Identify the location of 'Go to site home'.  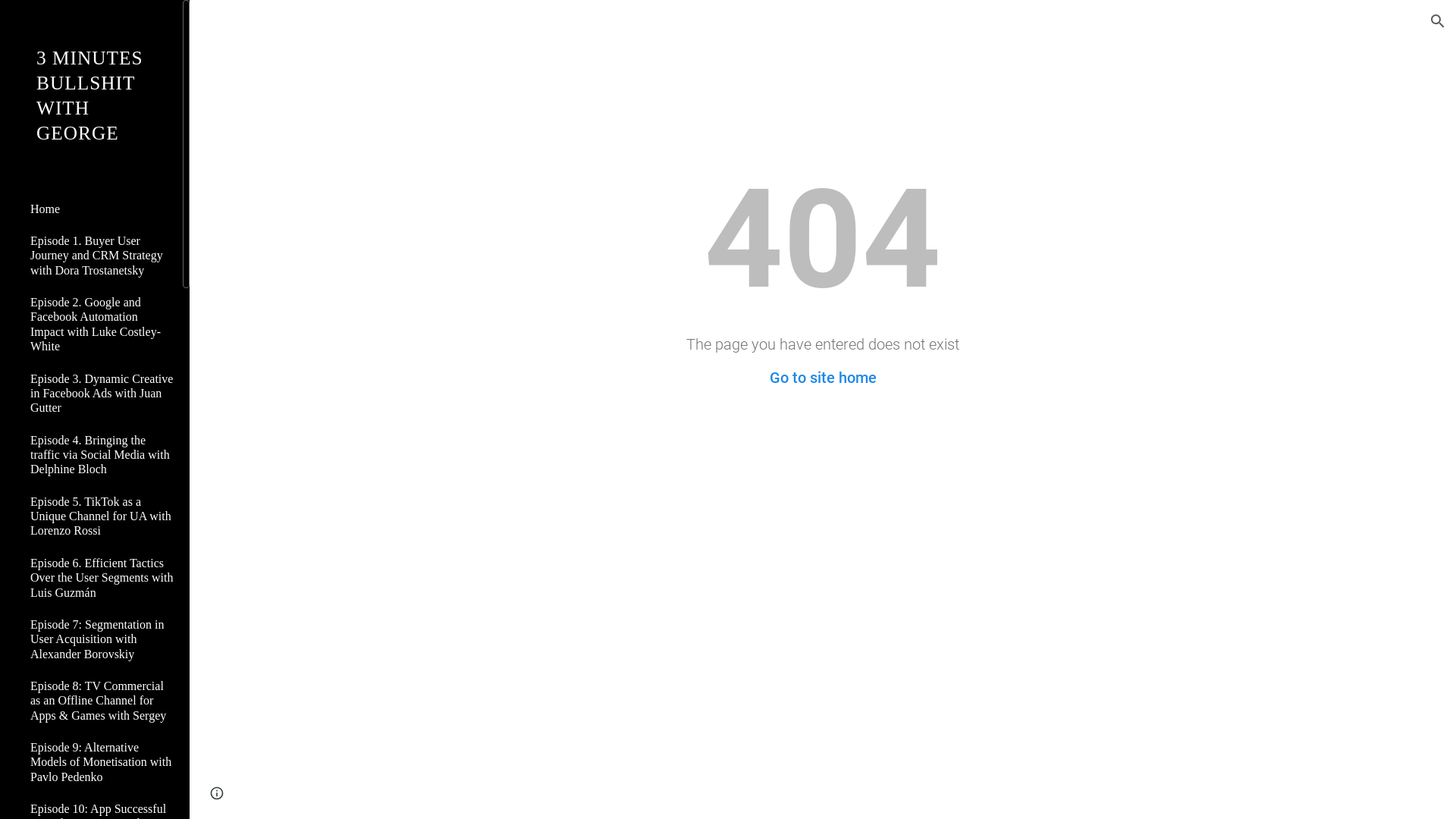
(821, 376).